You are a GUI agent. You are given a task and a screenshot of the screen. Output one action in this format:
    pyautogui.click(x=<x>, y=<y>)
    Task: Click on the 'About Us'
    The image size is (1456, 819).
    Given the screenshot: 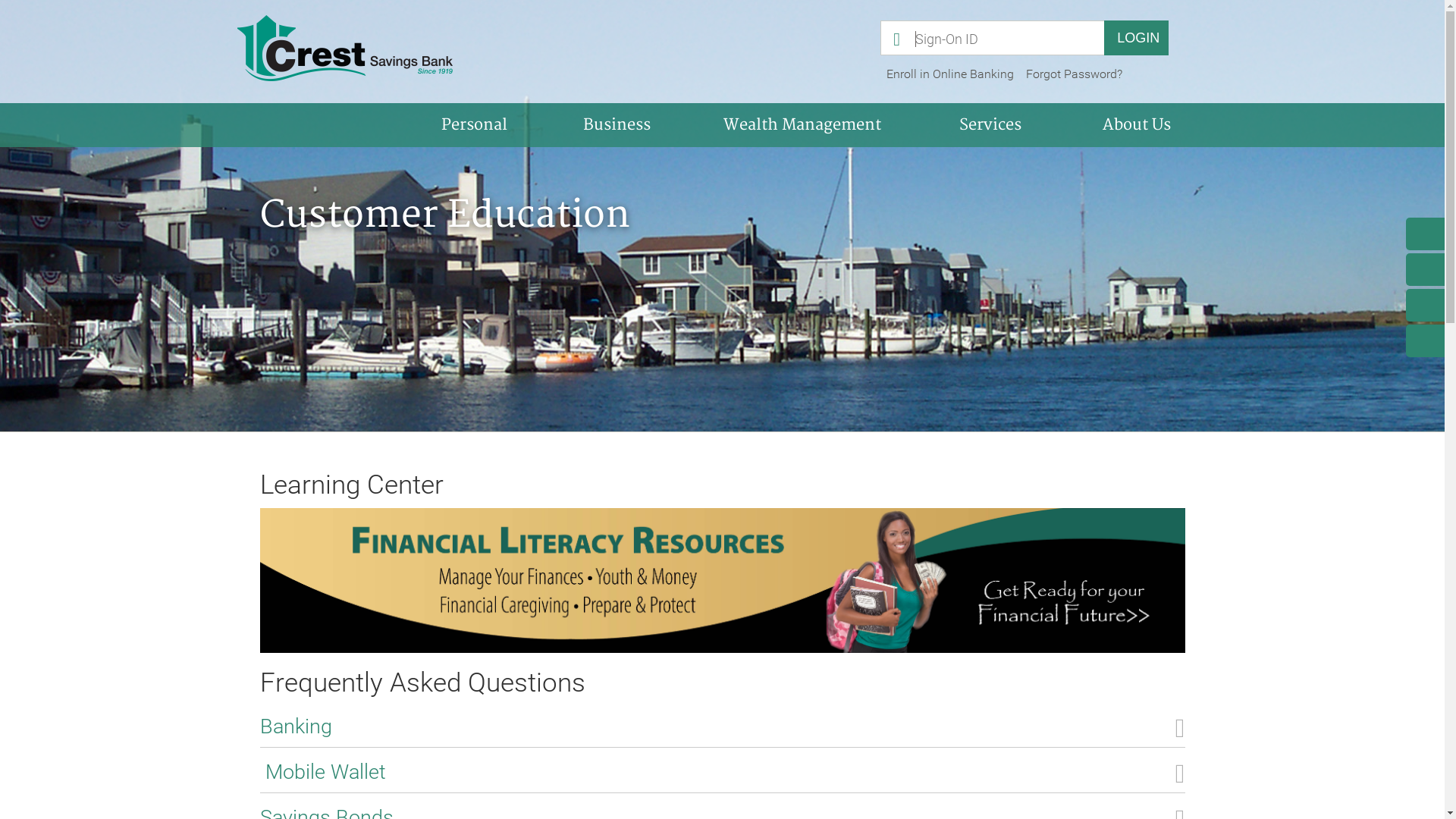 What is the action you would take?
    pyautogui.click(x=1135, y=124)
    